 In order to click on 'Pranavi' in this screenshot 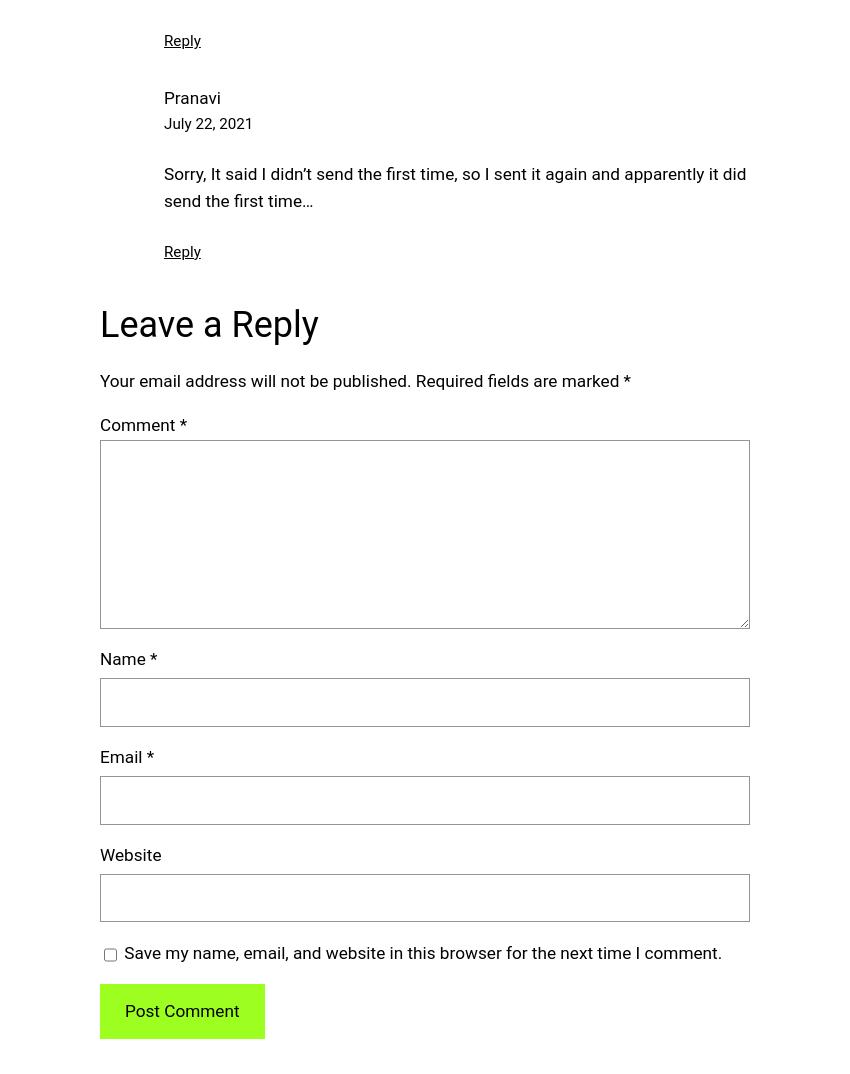, I will do `click(191, 96)`.